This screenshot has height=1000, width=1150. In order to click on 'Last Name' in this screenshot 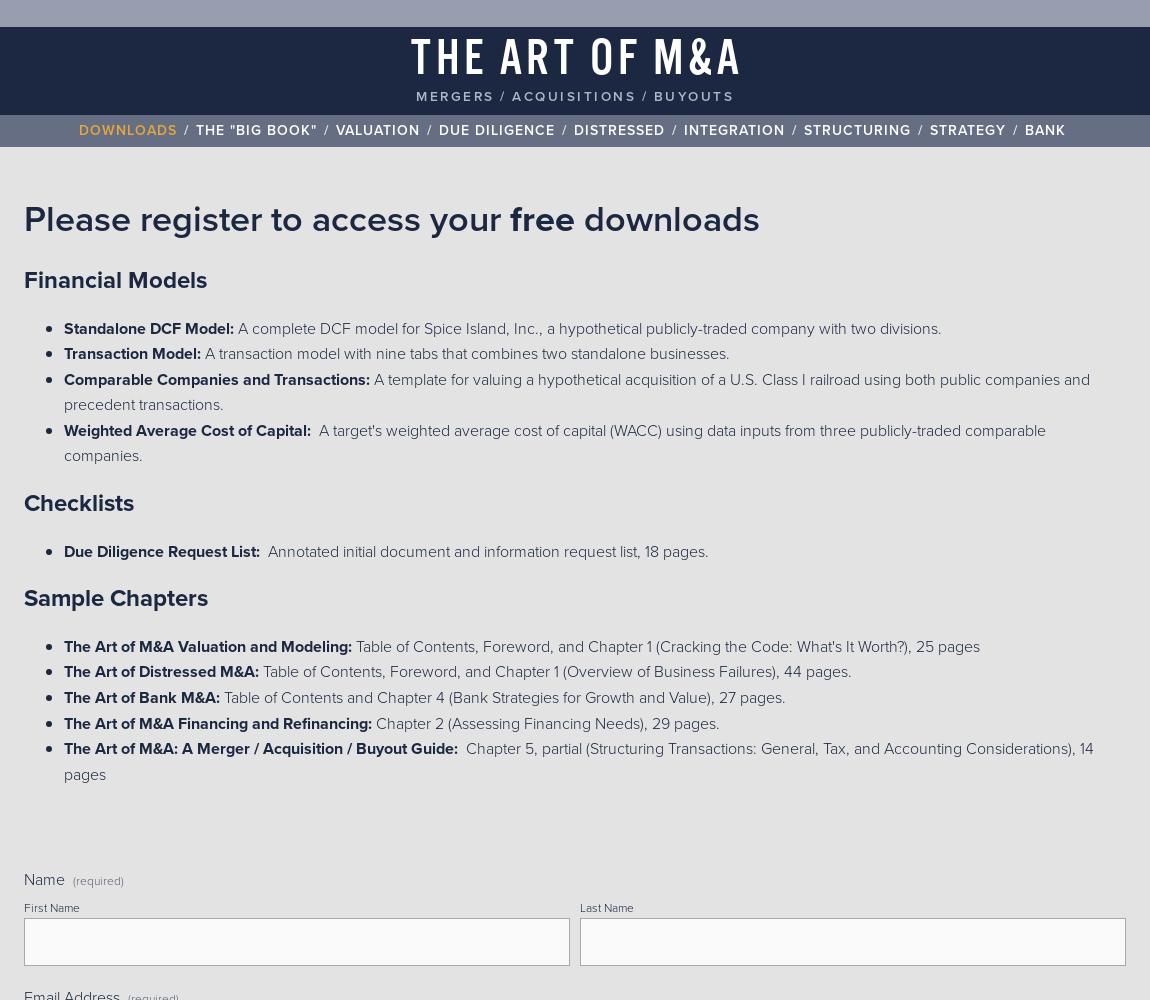, I will do `click(578, 907)`.